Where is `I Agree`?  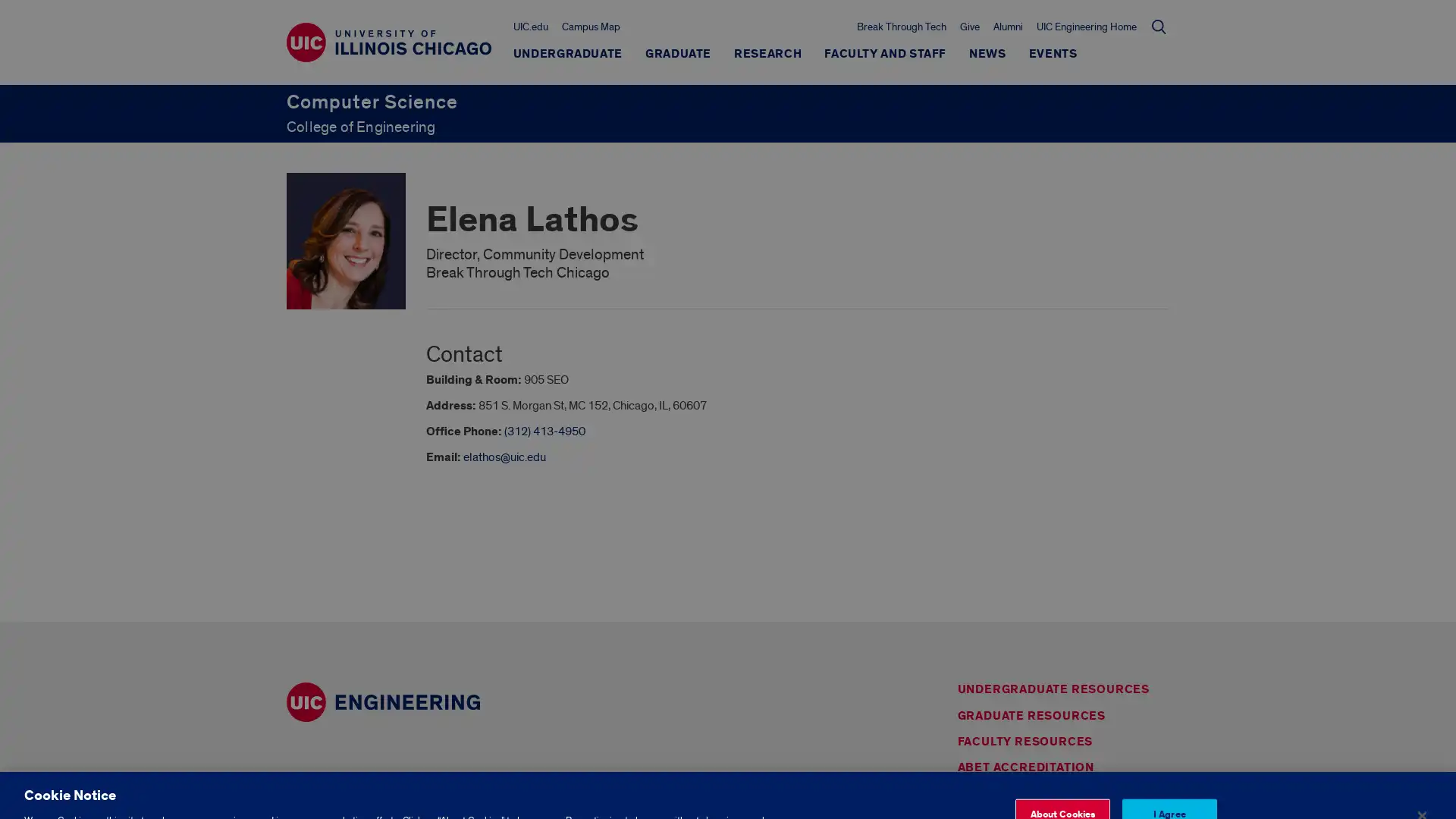
I Agree is located at coordinates (1168, 773).